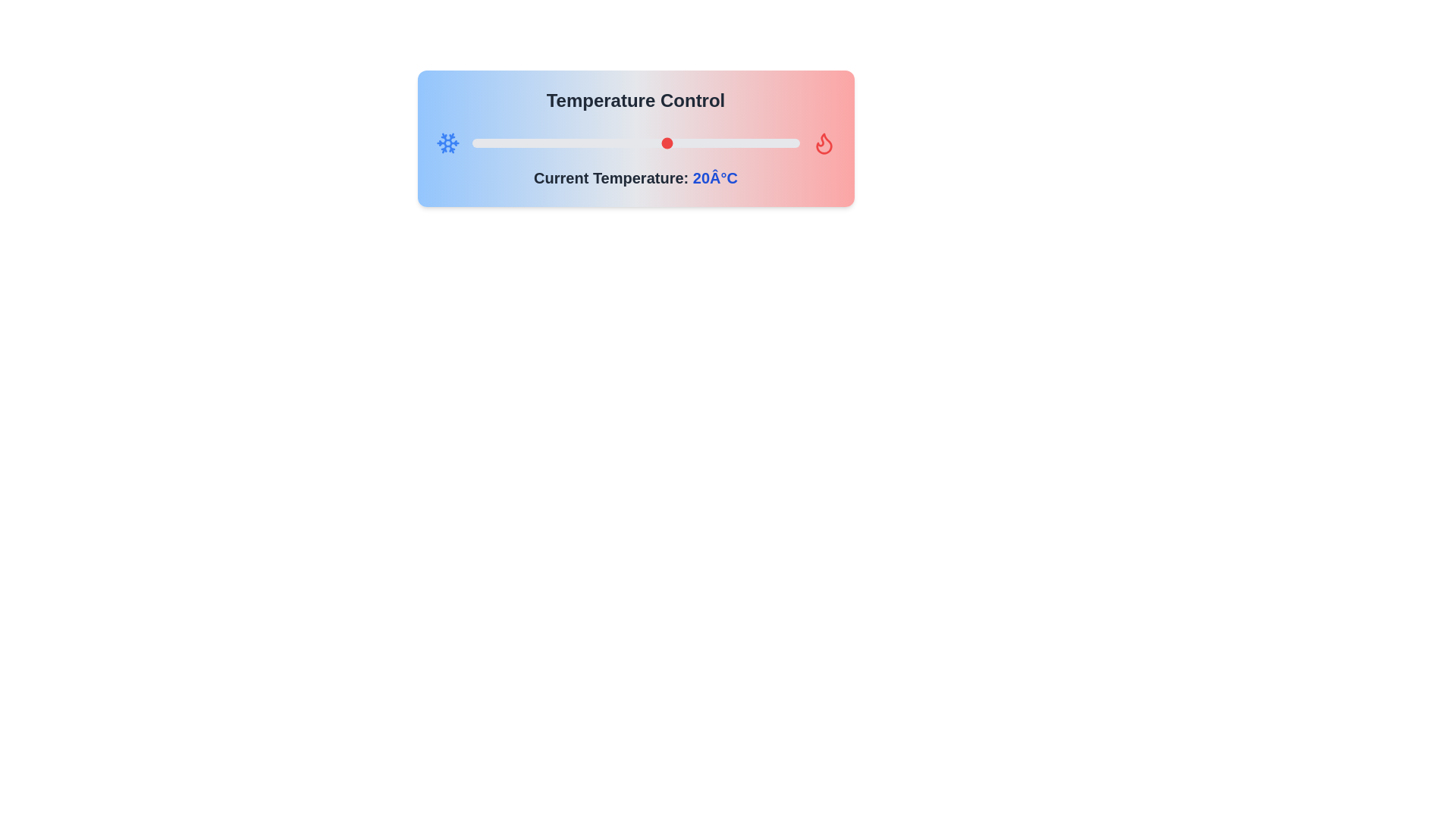 Image resolution: width=1456 pixels, height=819 pixels. What do you see at coordinates (760, 143) in the screenshot?
I see `the temperature slider to 34 degrees Celsius` at bounding box center [760, 143].